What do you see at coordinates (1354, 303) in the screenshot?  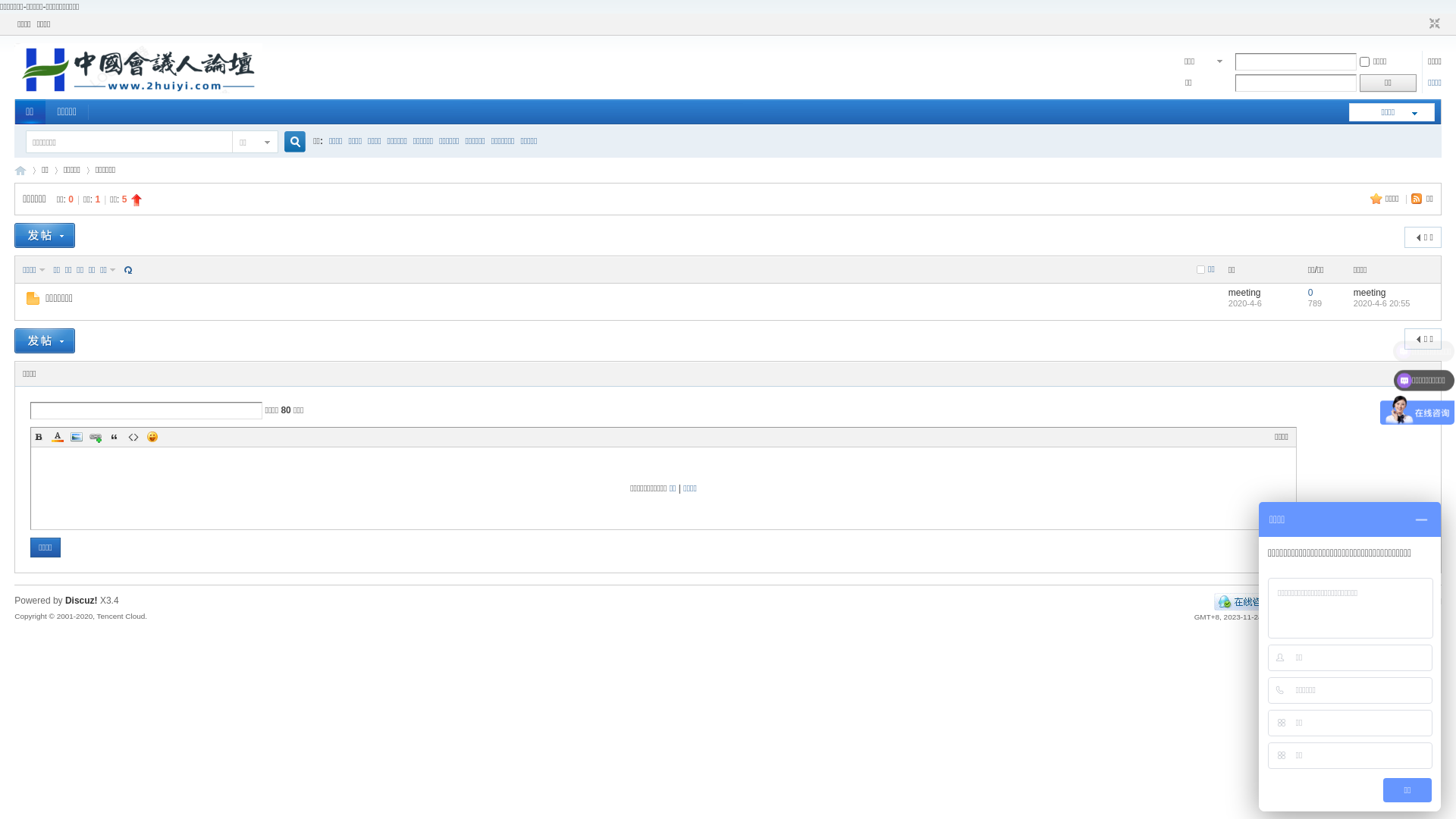 I see `'2020-4-6 20:55'` at bounding box center [1354, 303].